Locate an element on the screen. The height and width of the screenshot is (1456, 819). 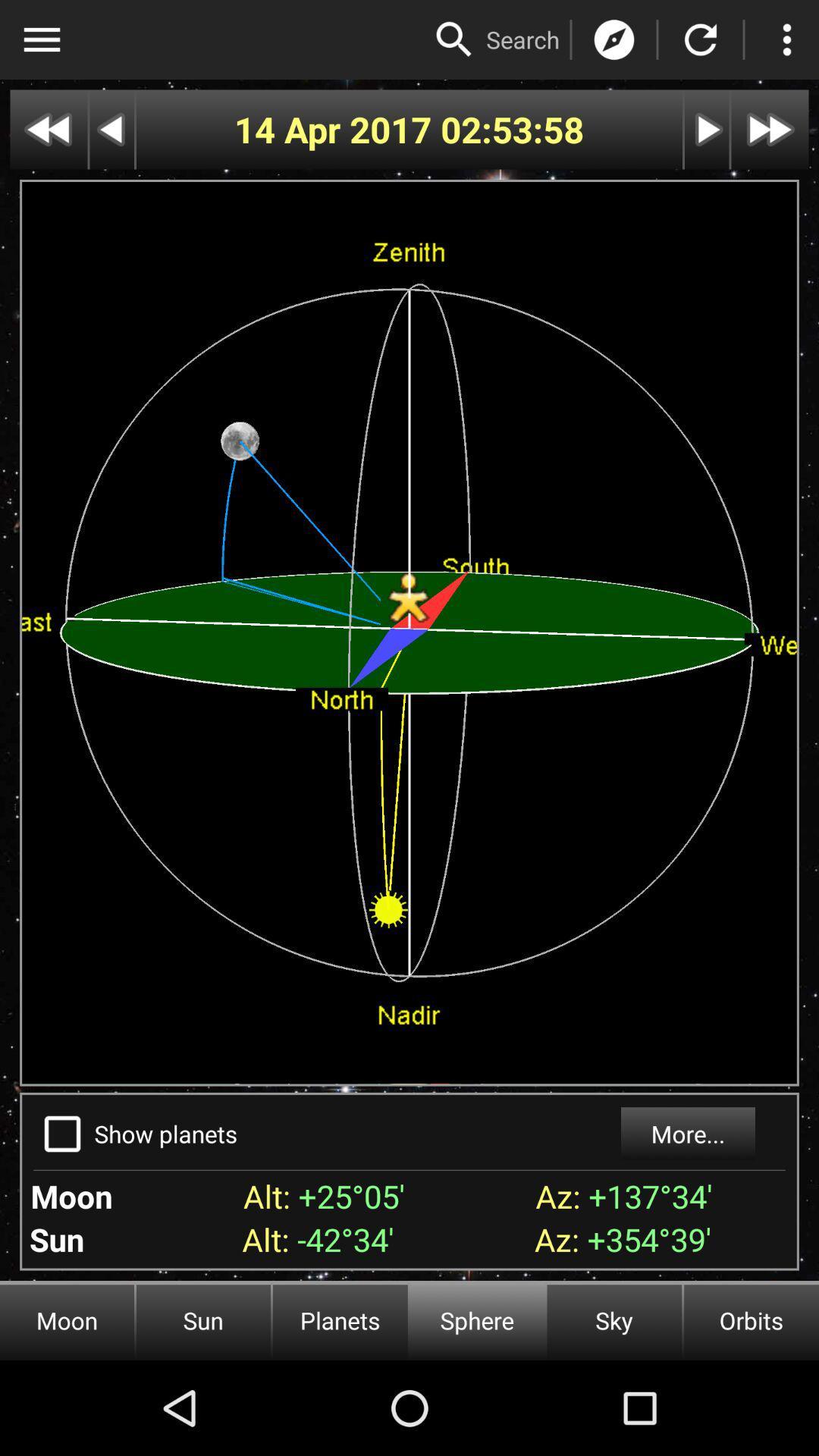
the more... is located at coordinates (688, 1134).